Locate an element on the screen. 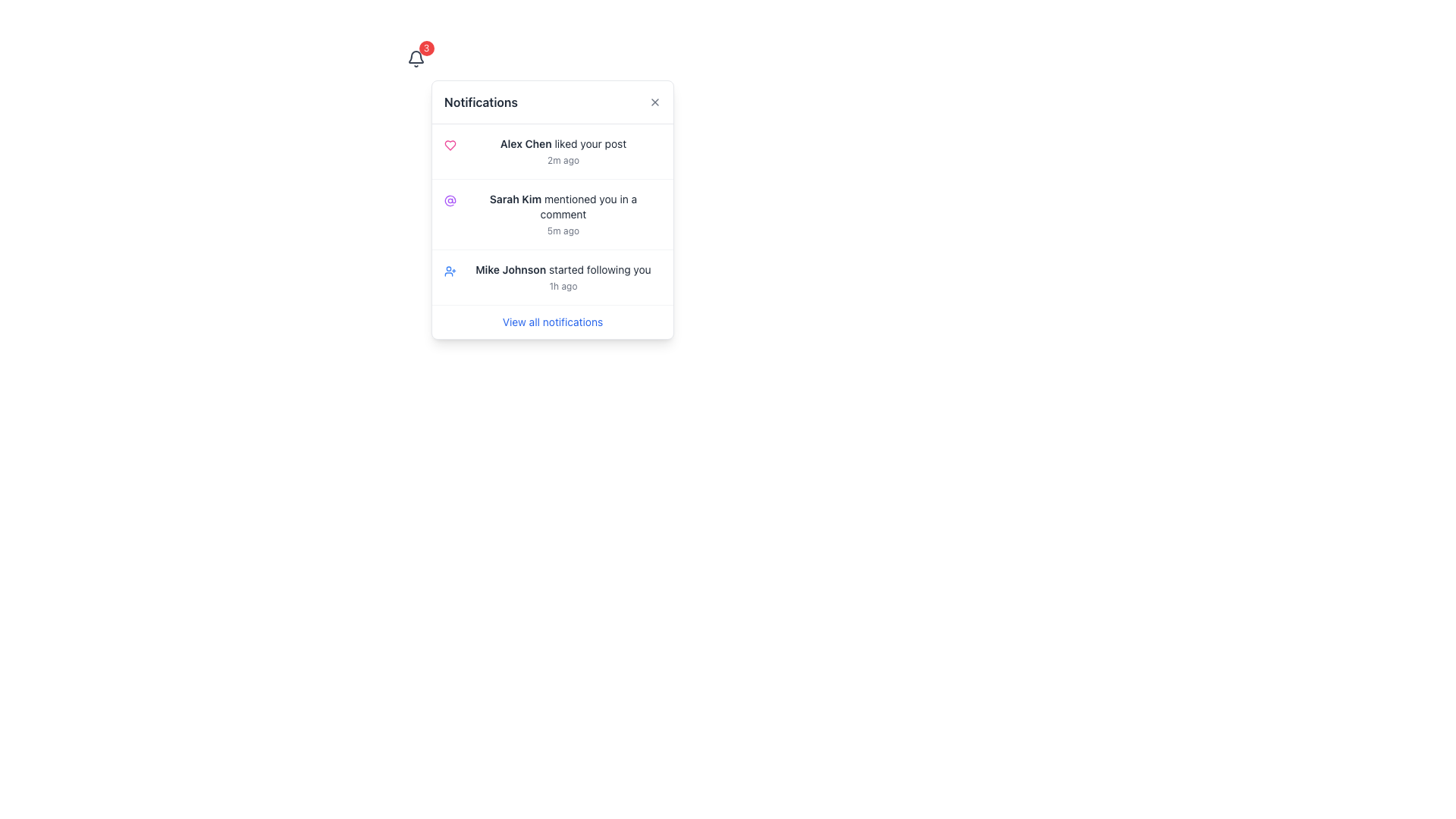  notification entry indicating that 'Mike Johnson' has started following the user, located in the third row of the notifications list within the notification panel is located at coordinates (563, 278).